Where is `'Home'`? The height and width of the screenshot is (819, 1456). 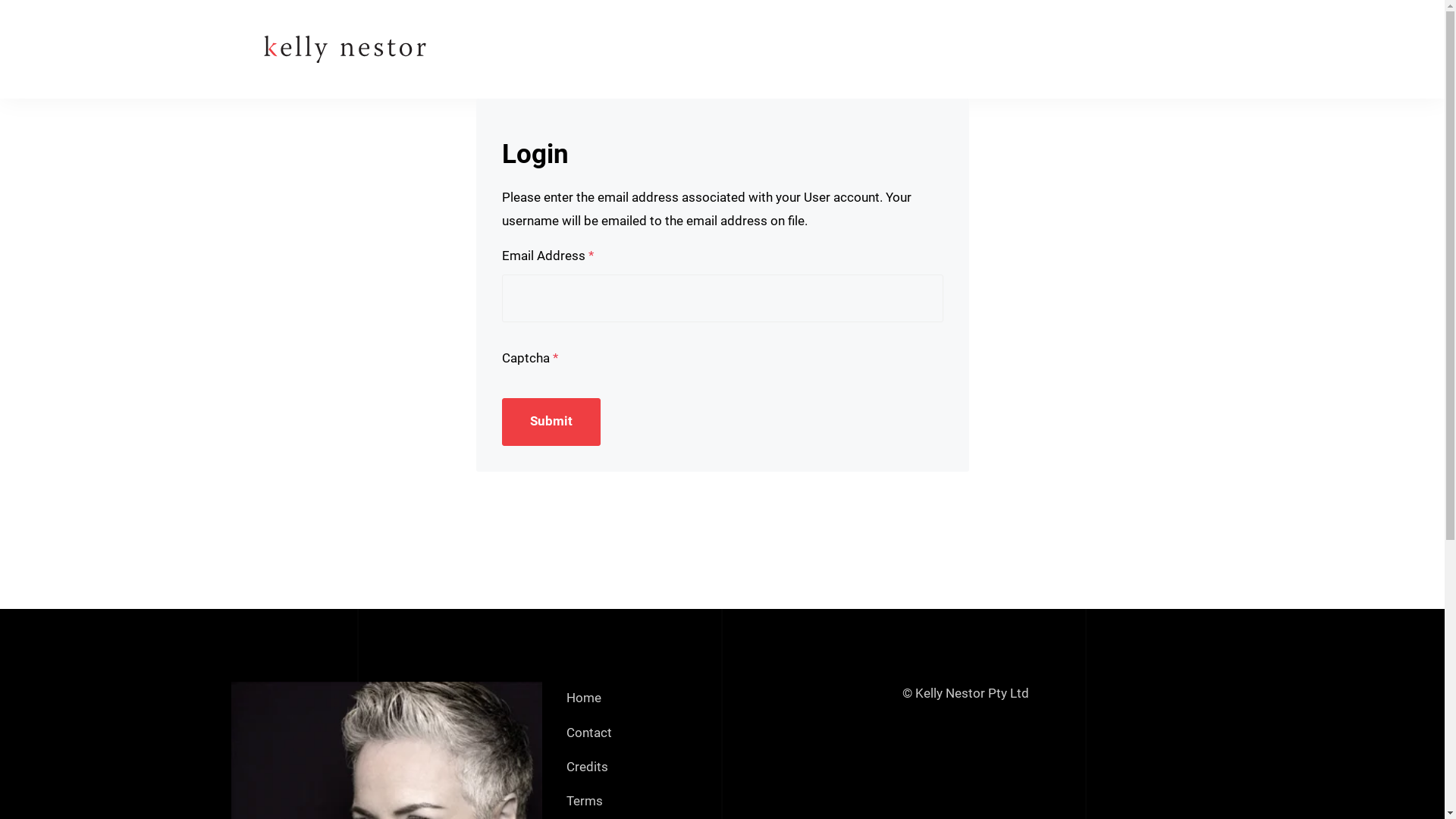 'Home' is located at coordinates (582, 698).